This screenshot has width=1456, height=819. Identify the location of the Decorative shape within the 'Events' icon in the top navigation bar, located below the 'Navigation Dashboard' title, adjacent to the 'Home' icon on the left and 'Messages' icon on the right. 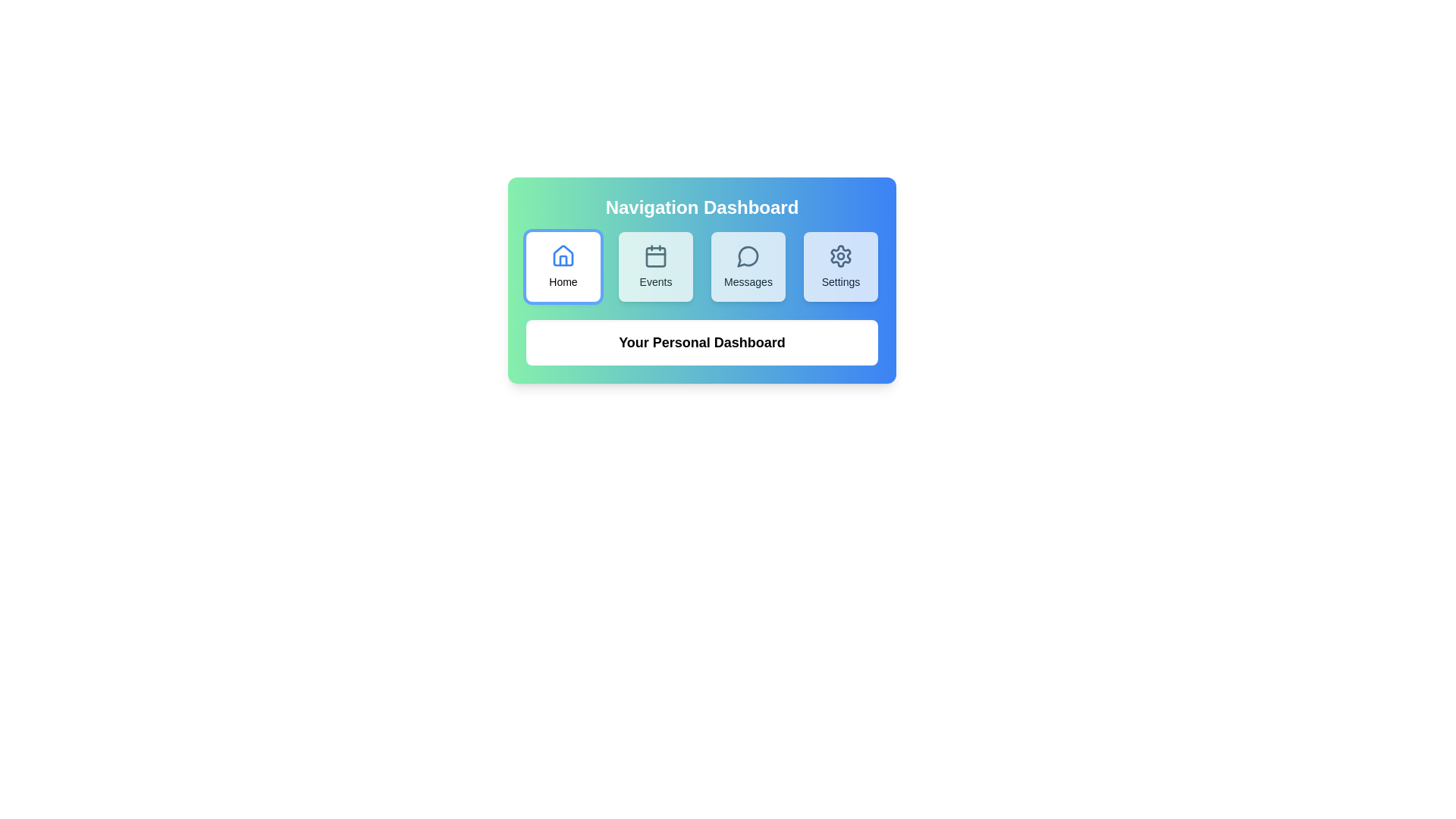
(655, 256).